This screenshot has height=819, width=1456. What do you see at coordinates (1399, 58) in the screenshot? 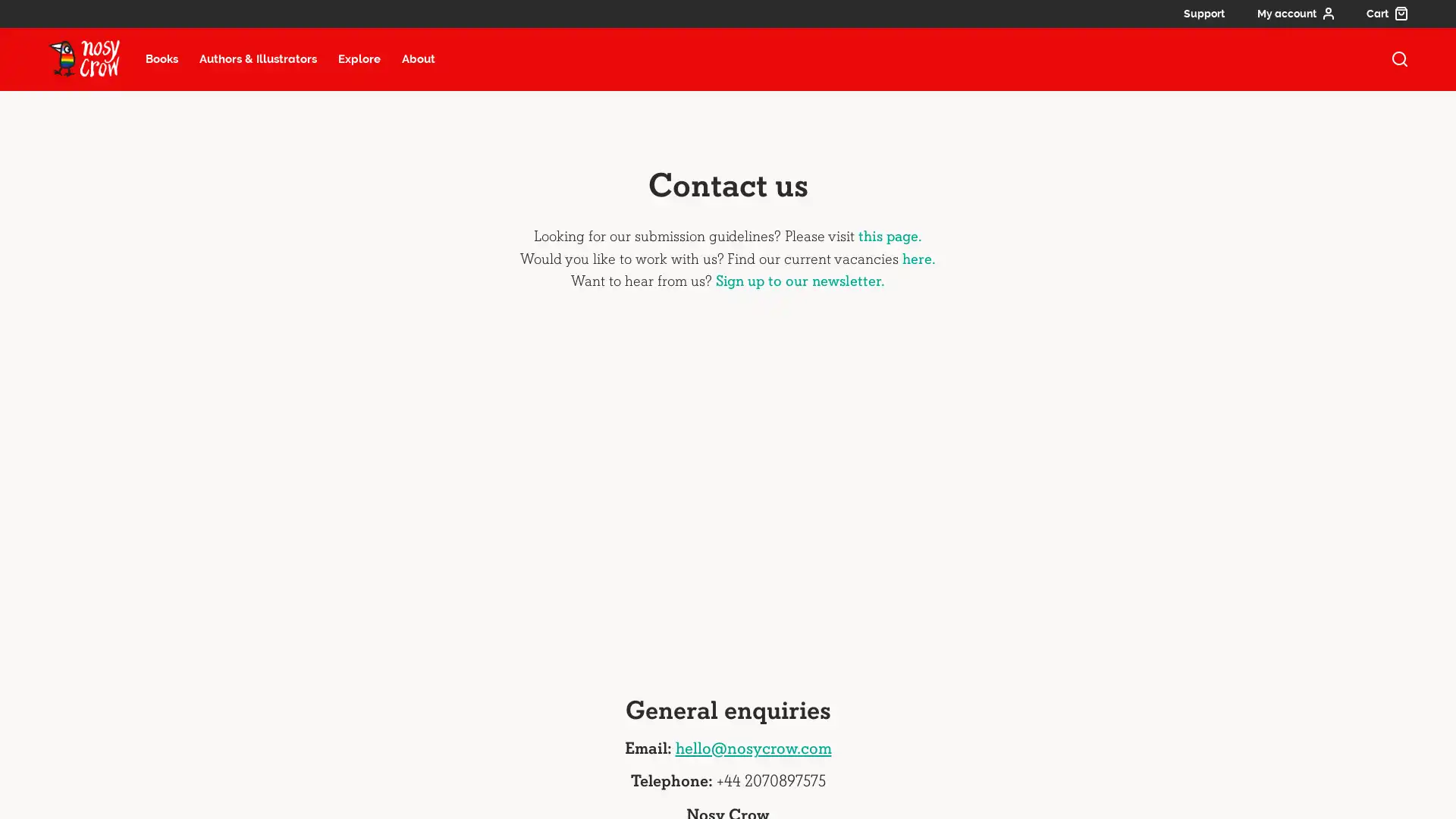
I see `open search` at bounding box center [1399, 58].